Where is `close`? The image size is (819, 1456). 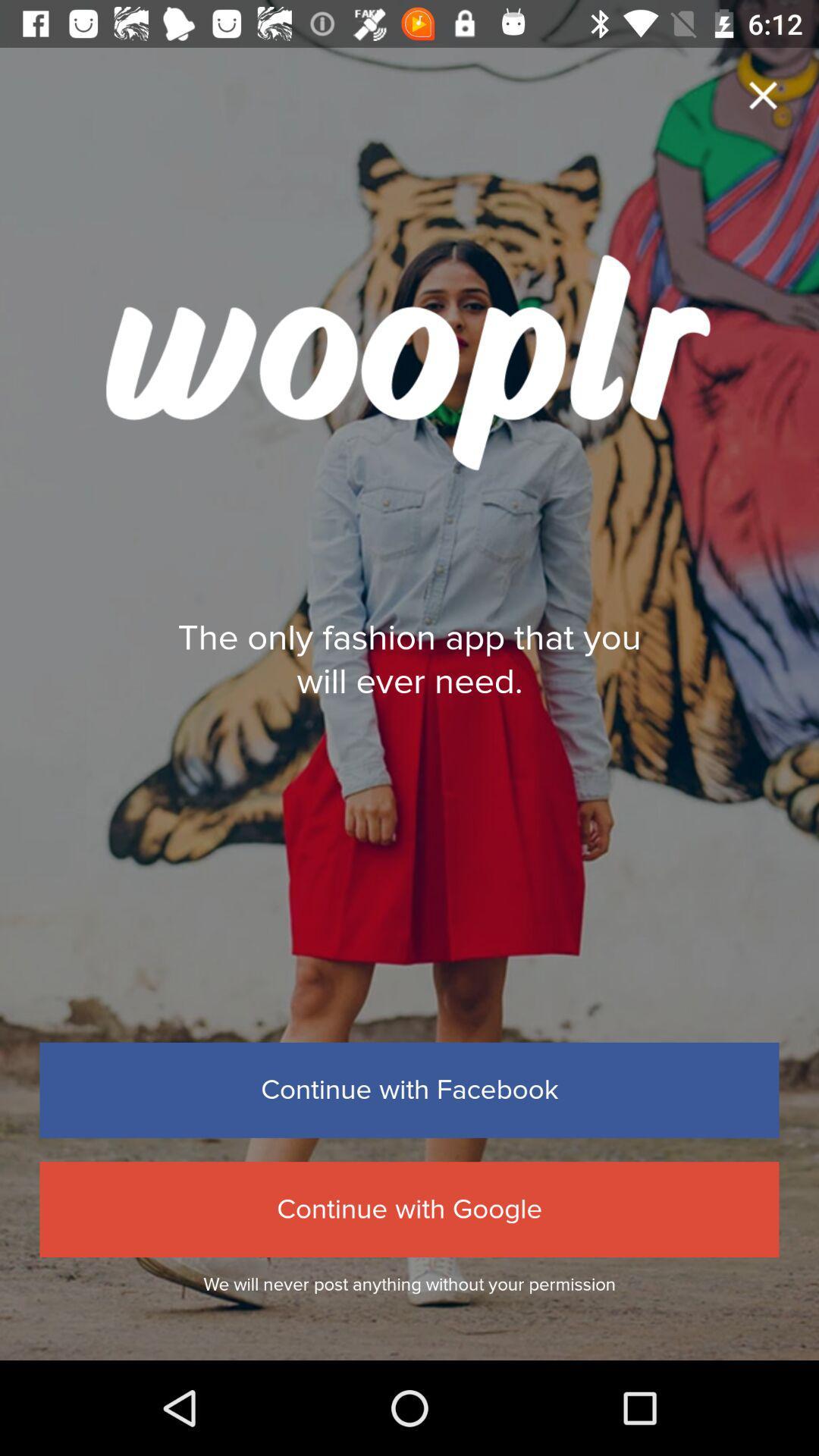 close is located at coordinates (763, 94).